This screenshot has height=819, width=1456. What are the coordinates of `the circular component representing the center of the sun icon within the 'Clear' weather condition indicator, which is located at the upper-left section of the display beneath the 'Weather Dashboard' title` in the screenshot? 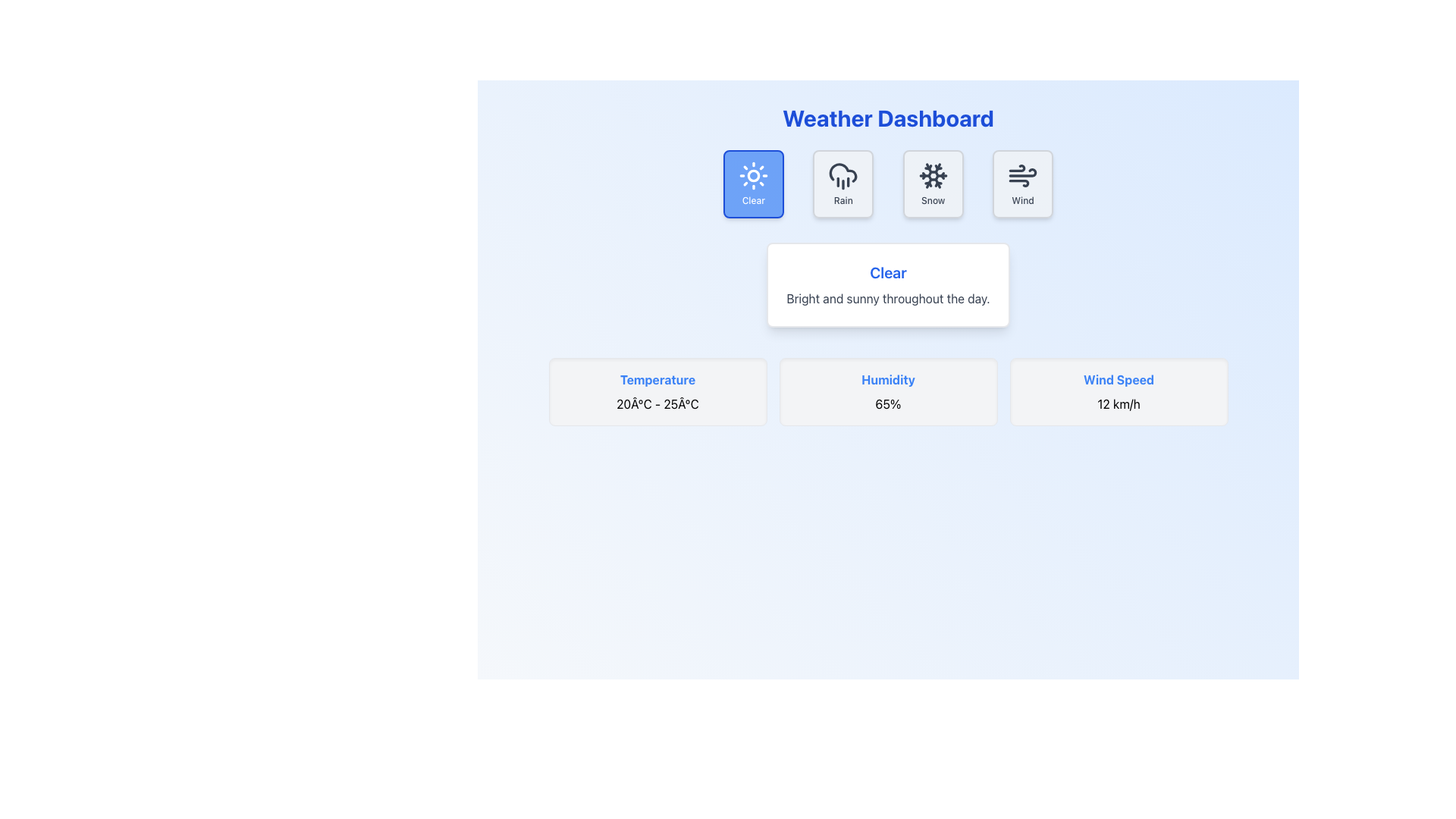 It's located at (753, 174).